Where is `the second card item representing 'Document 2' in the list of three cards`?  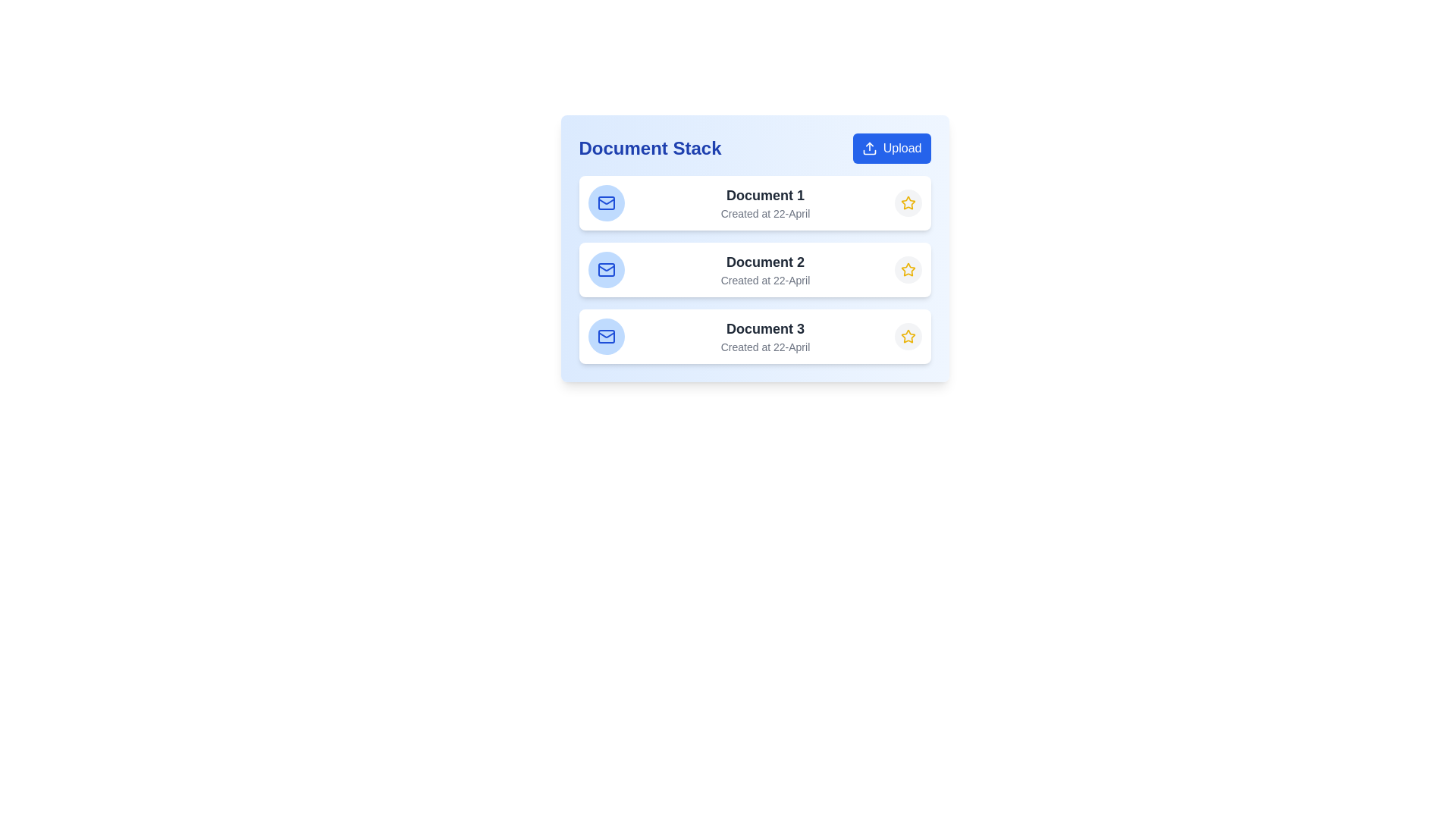 the second card item representing 'Document 2' in the list of three cards is located at coordinates (755, 247).